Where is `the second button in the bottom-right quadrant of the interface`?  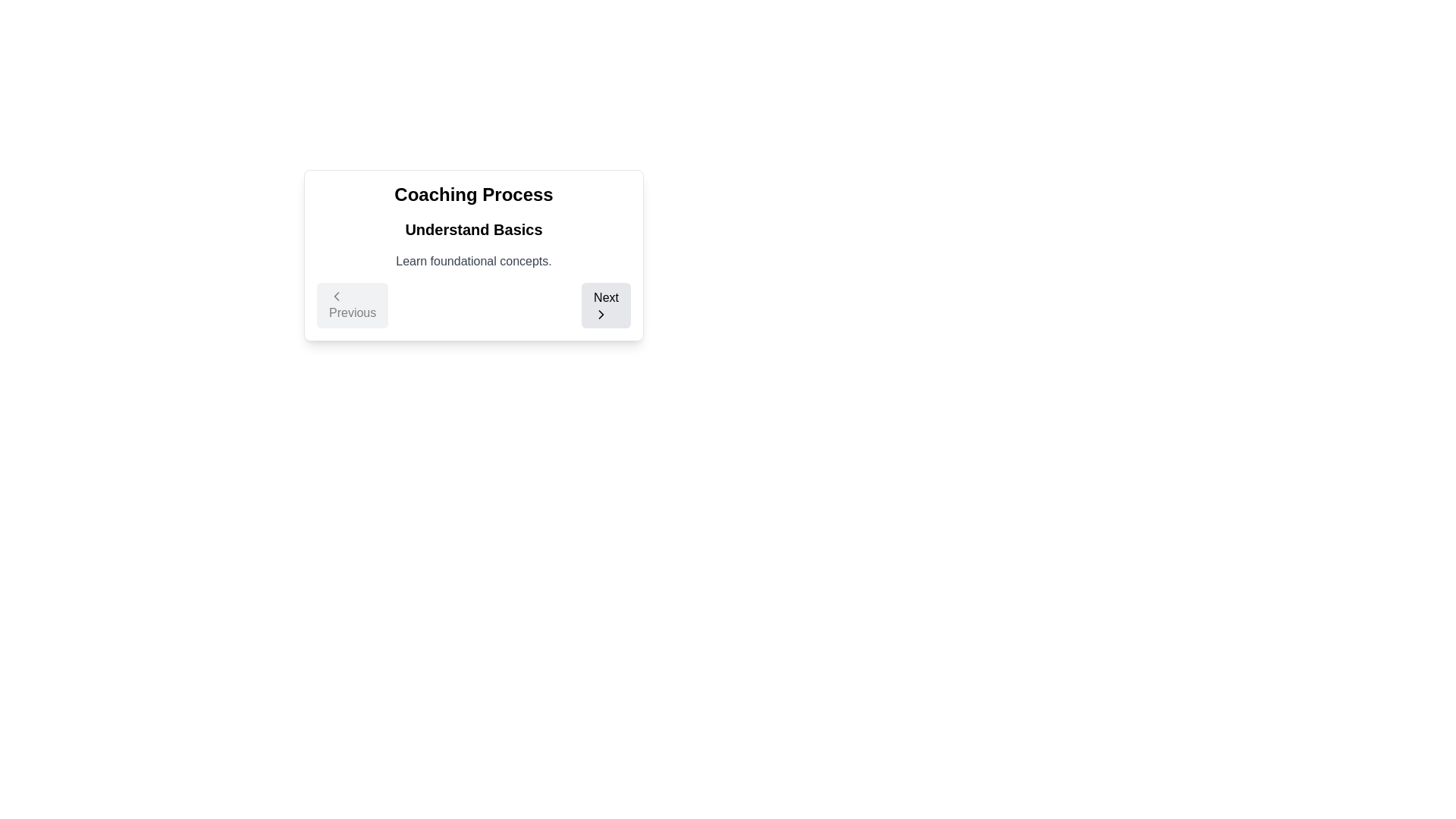 the second button in the bottom-right quadrant of the interface is located at coordinates (605, 305).